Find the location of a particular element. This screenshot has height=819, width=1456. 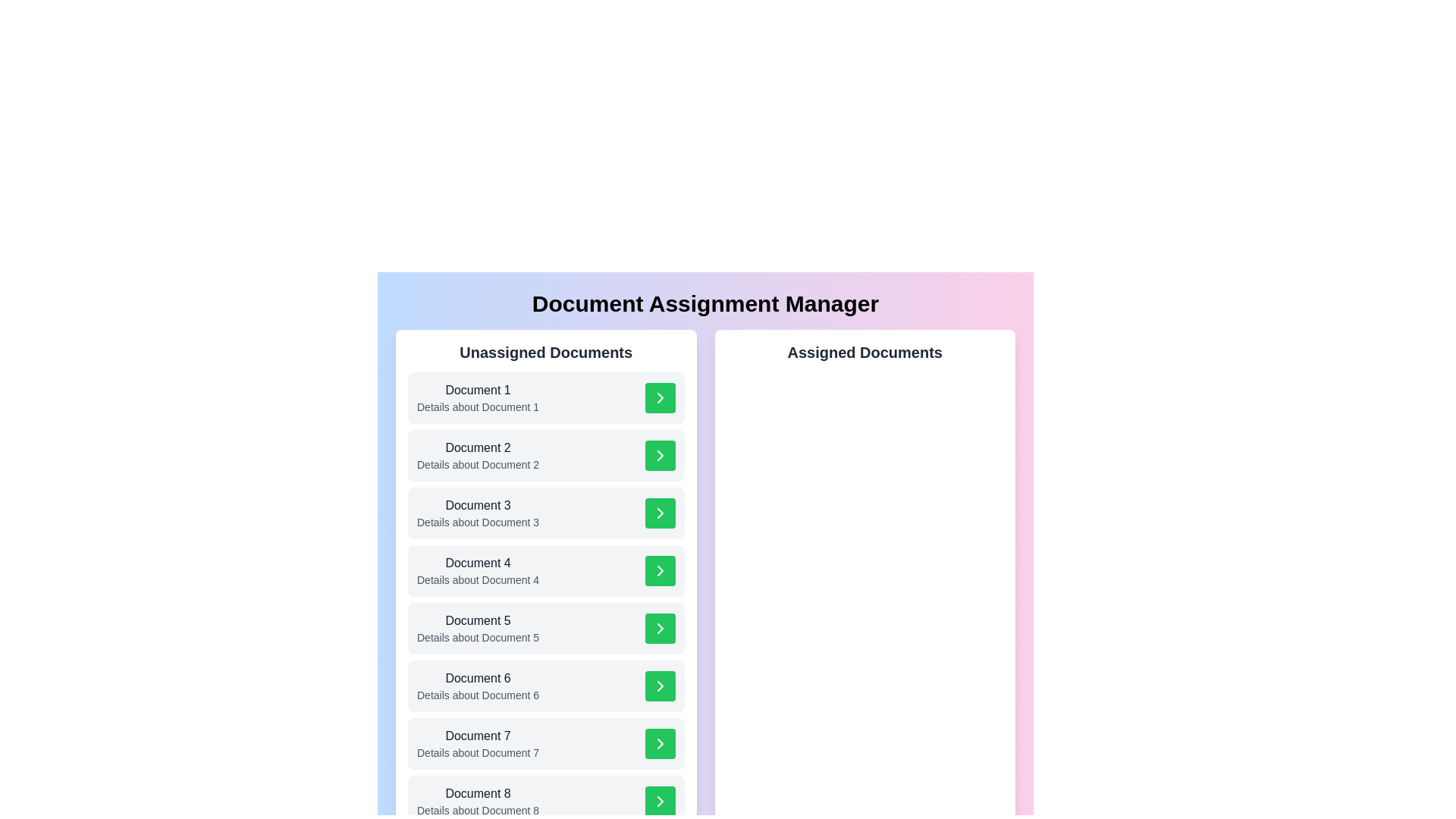

the fourth list item titled 'Document 4' is located at coordinates (546, 570).